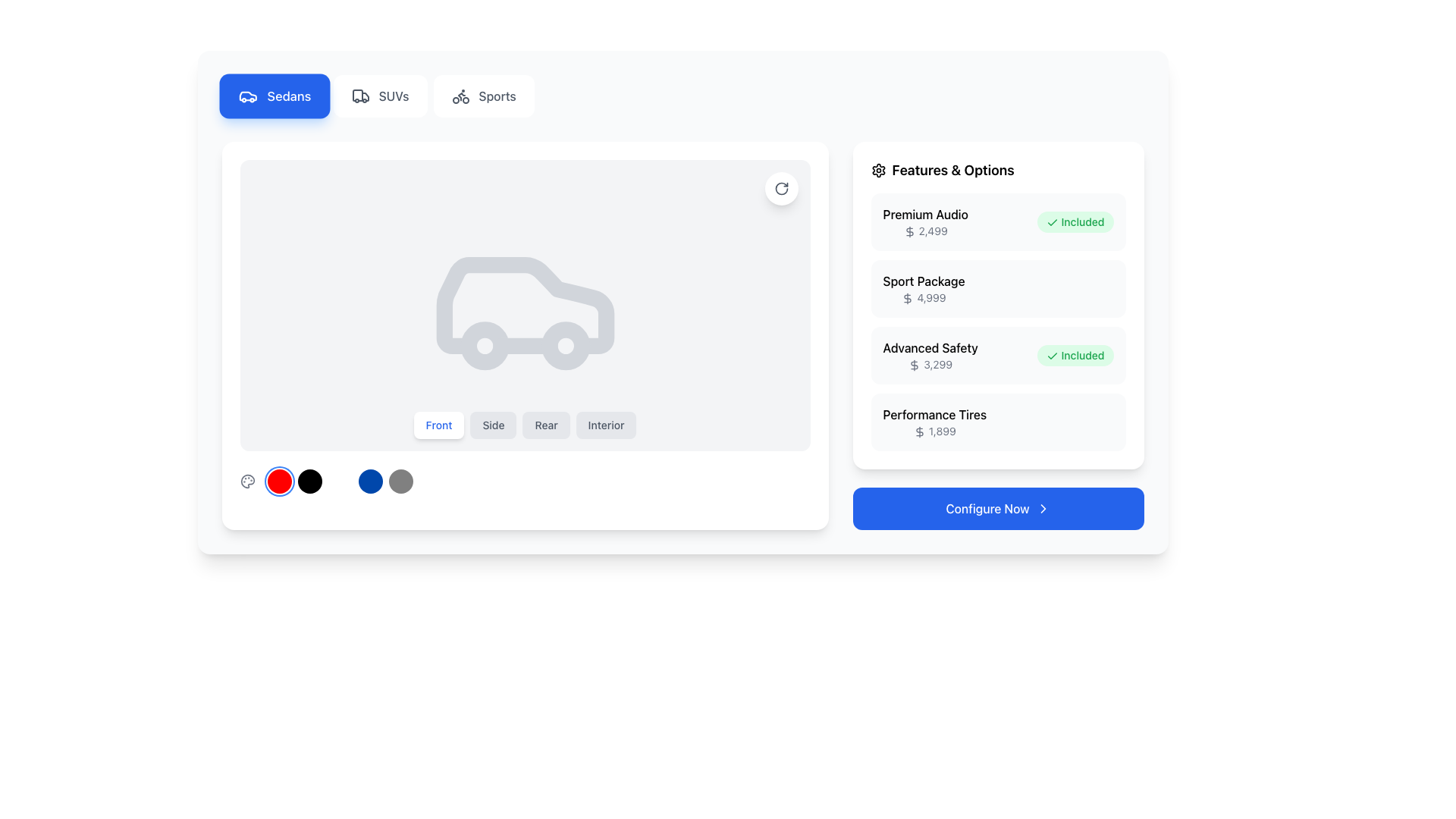  I want to click on the right arrow icon located at the rightmost edge of the 'Configure Now' button to proceed with the action, so click(1042, 509).